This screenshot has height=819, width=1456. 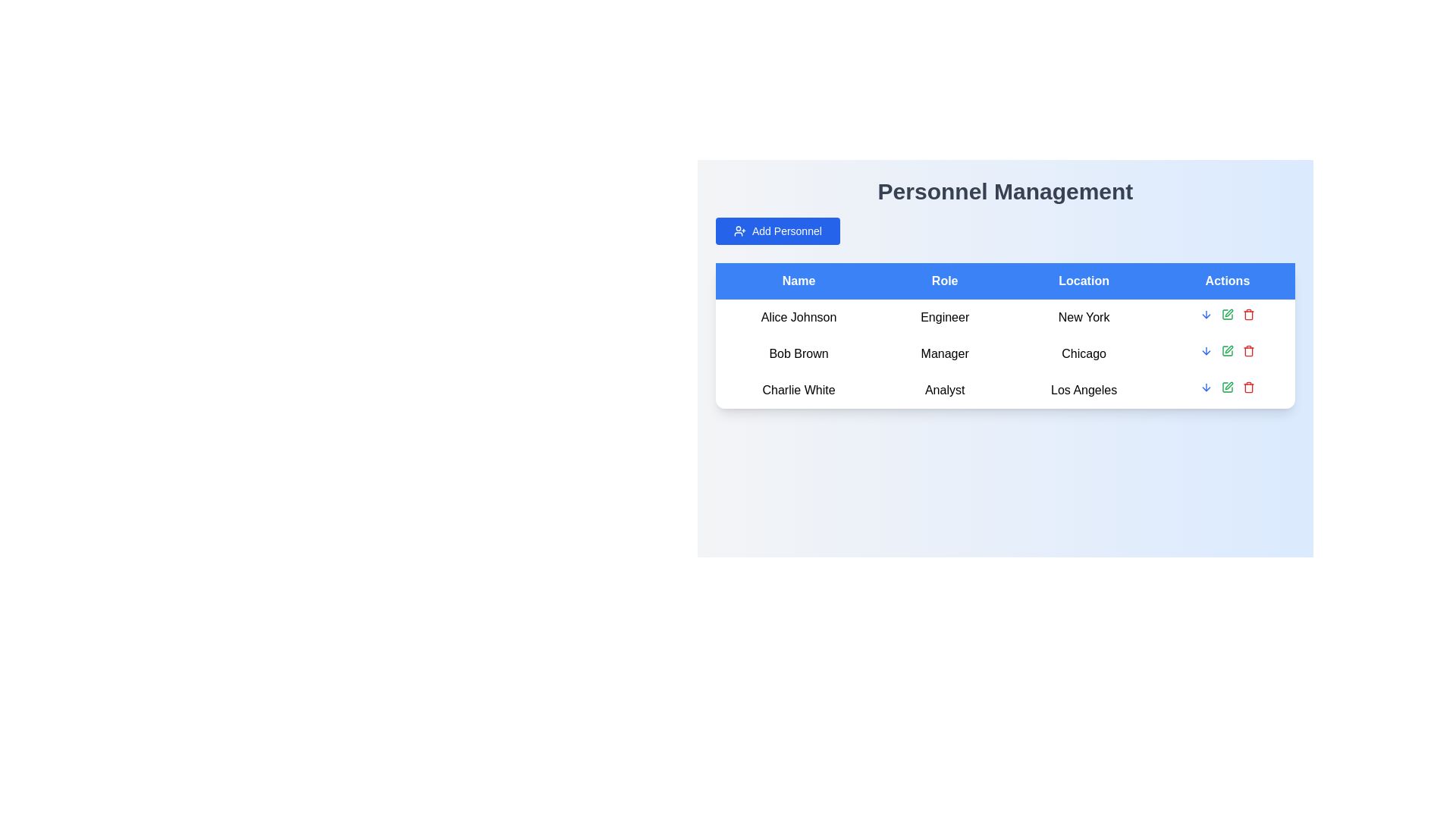 What do you see at coordinates (1227, 281) in the screenshot?
I see `the 'Actions' text header element, which is a rectangular box with white text on a blue background` at bounding box center [1227, 281].